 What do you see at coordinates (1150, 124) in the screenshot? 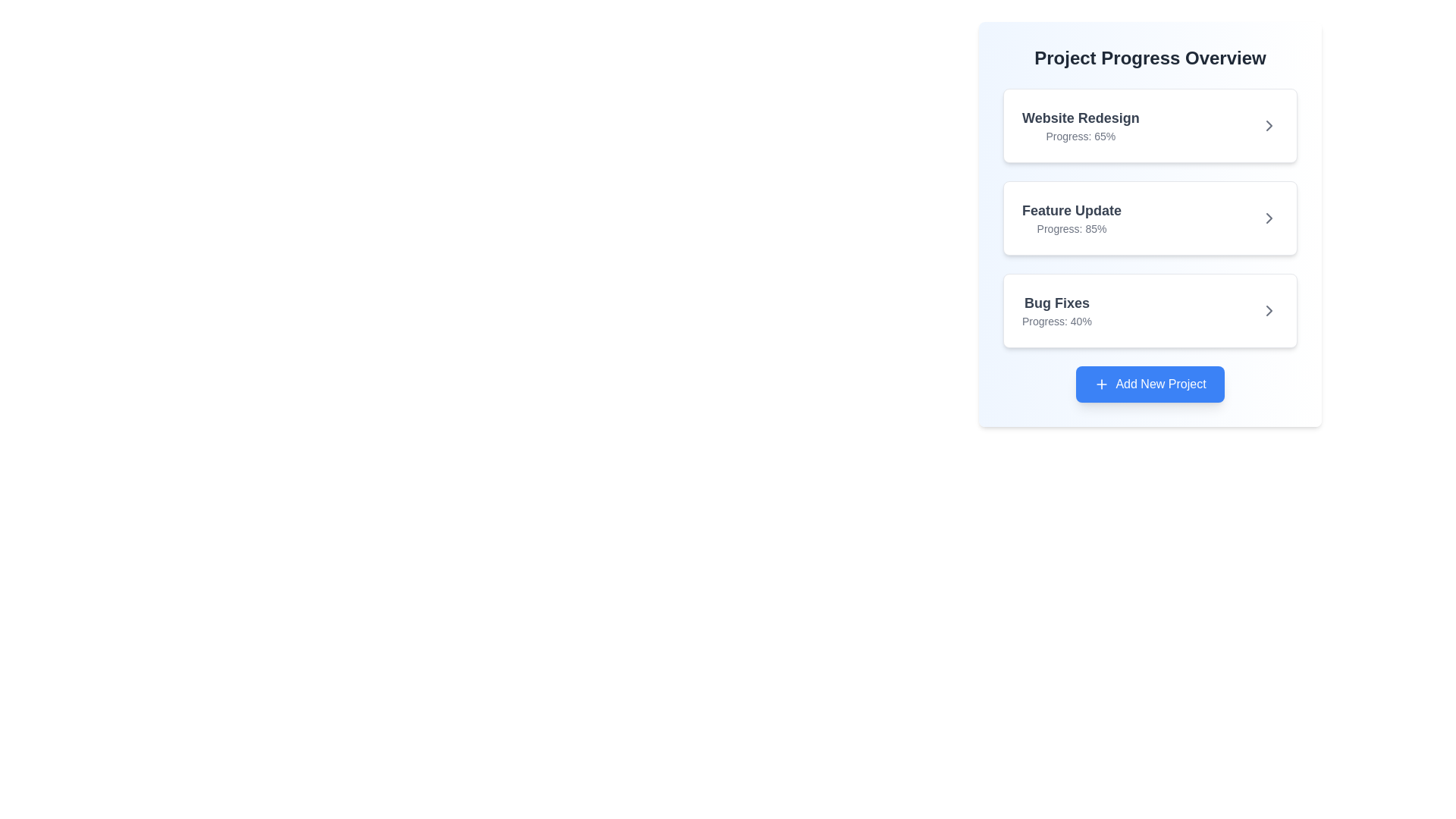
I see `the first list item titled 'Website Redesign' in the 'Project Progress Overview' card` at bounding box center [1150, 124].